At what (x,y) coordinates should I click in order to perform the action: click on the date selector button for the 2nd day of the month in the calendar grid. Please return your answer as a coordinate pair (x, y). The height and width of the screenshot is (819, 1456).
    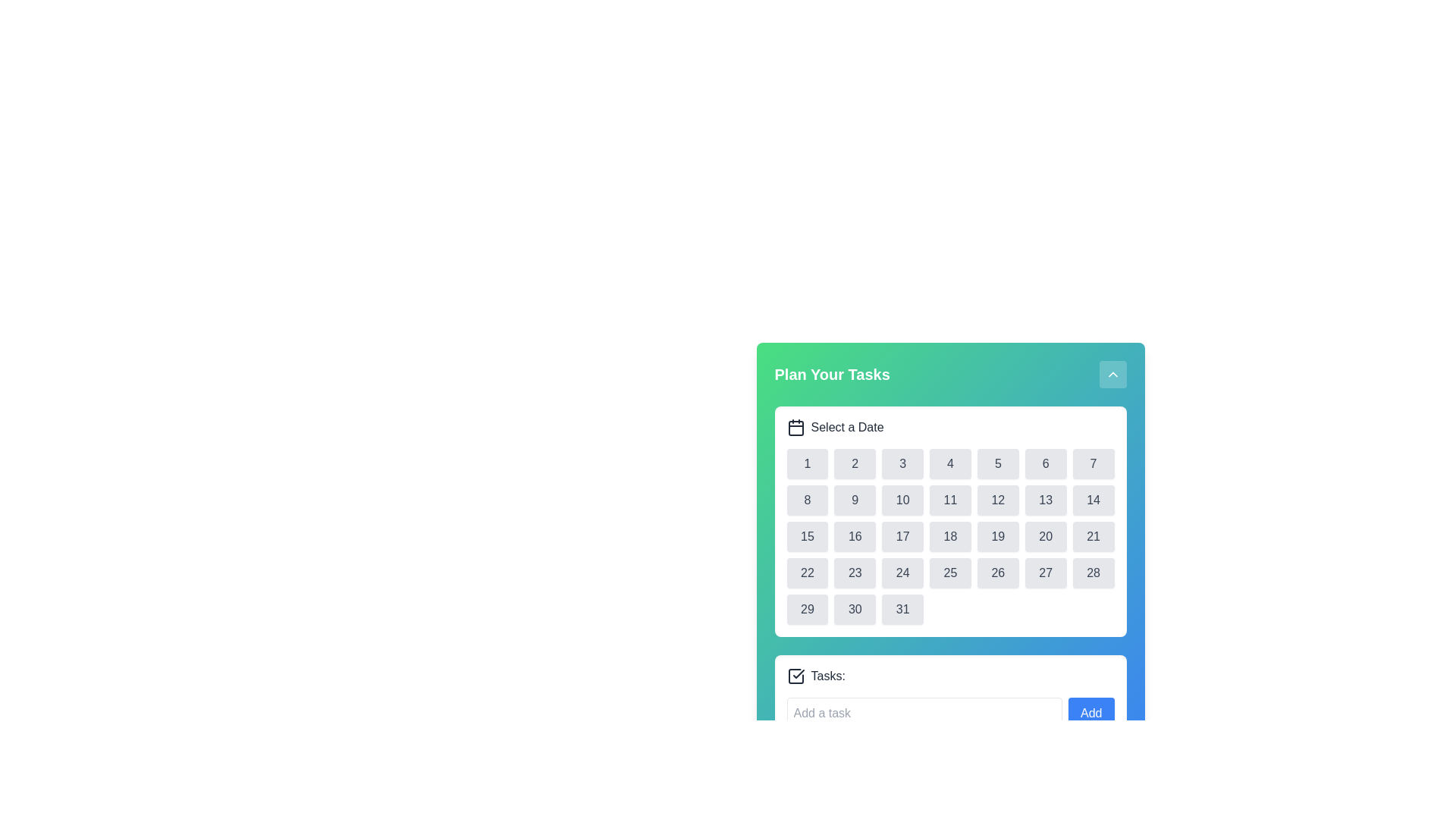
    Looking at the image, I should click on (855, 463).